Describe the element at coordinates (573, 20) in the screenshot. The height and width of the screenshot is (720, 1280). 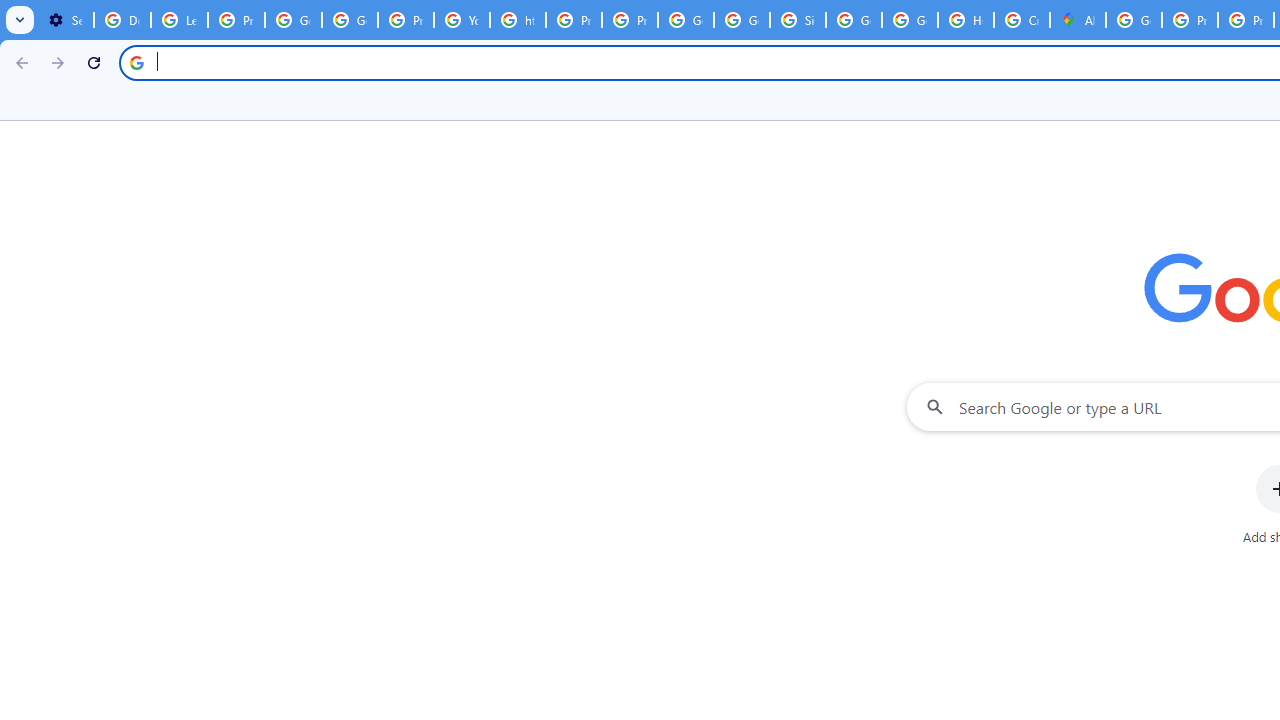
I see `'Privacy Help Center - Policies Help'` at that location.